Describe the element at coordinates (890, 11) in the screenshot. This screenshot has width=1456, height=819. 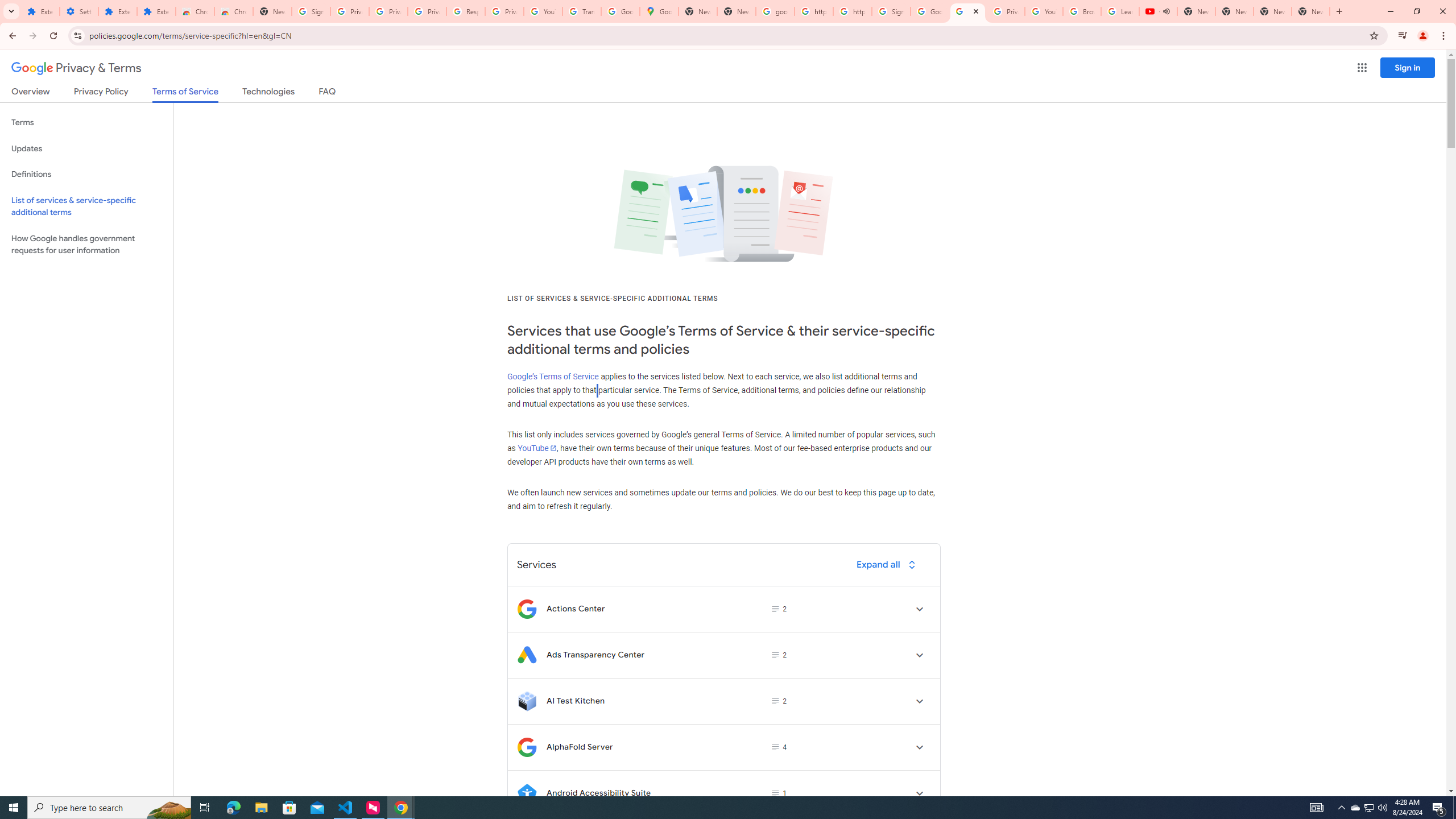
I see `'Sign in - Google Accounts'` at that location.